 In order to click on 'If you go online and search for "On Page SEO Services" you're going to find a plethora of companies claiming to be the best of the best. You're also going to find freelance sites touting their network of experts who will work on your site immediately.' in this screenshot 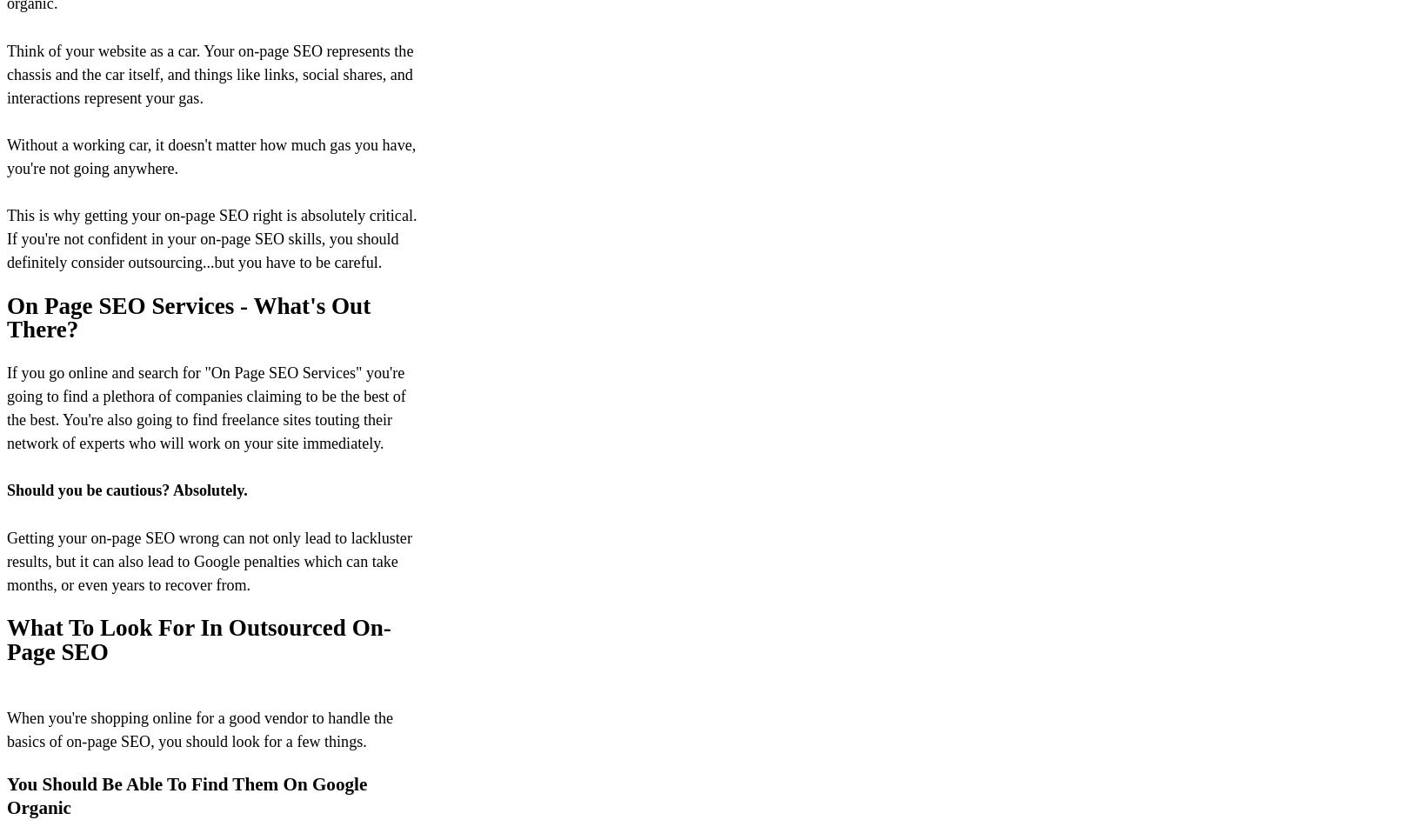, I will do `click(5, 407)`.